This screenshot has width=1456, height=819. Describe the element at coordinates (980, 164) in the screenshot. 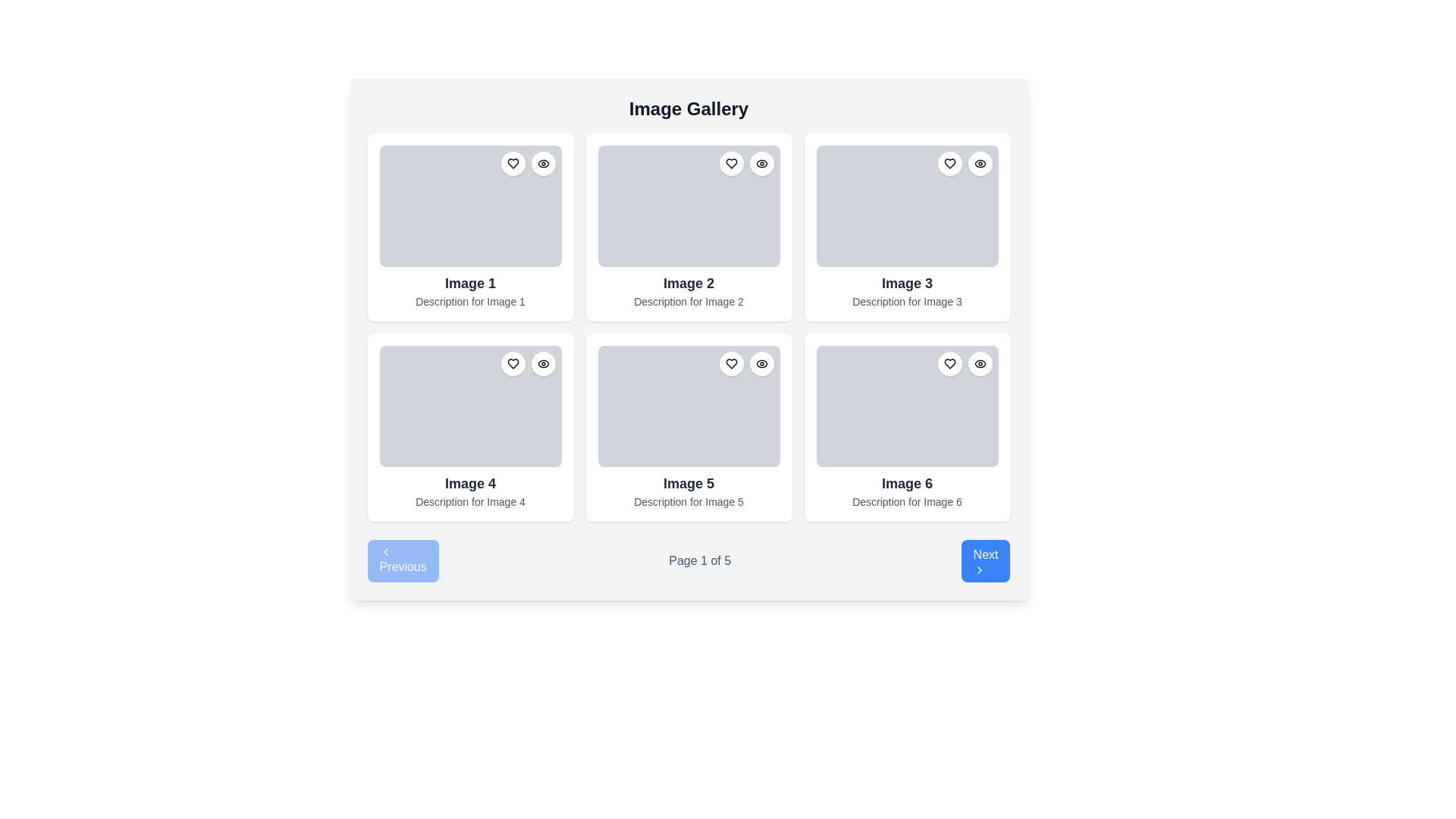

I see `the eye icon button located in the top-right corner of the card labeled 'Image 3'` at that location.